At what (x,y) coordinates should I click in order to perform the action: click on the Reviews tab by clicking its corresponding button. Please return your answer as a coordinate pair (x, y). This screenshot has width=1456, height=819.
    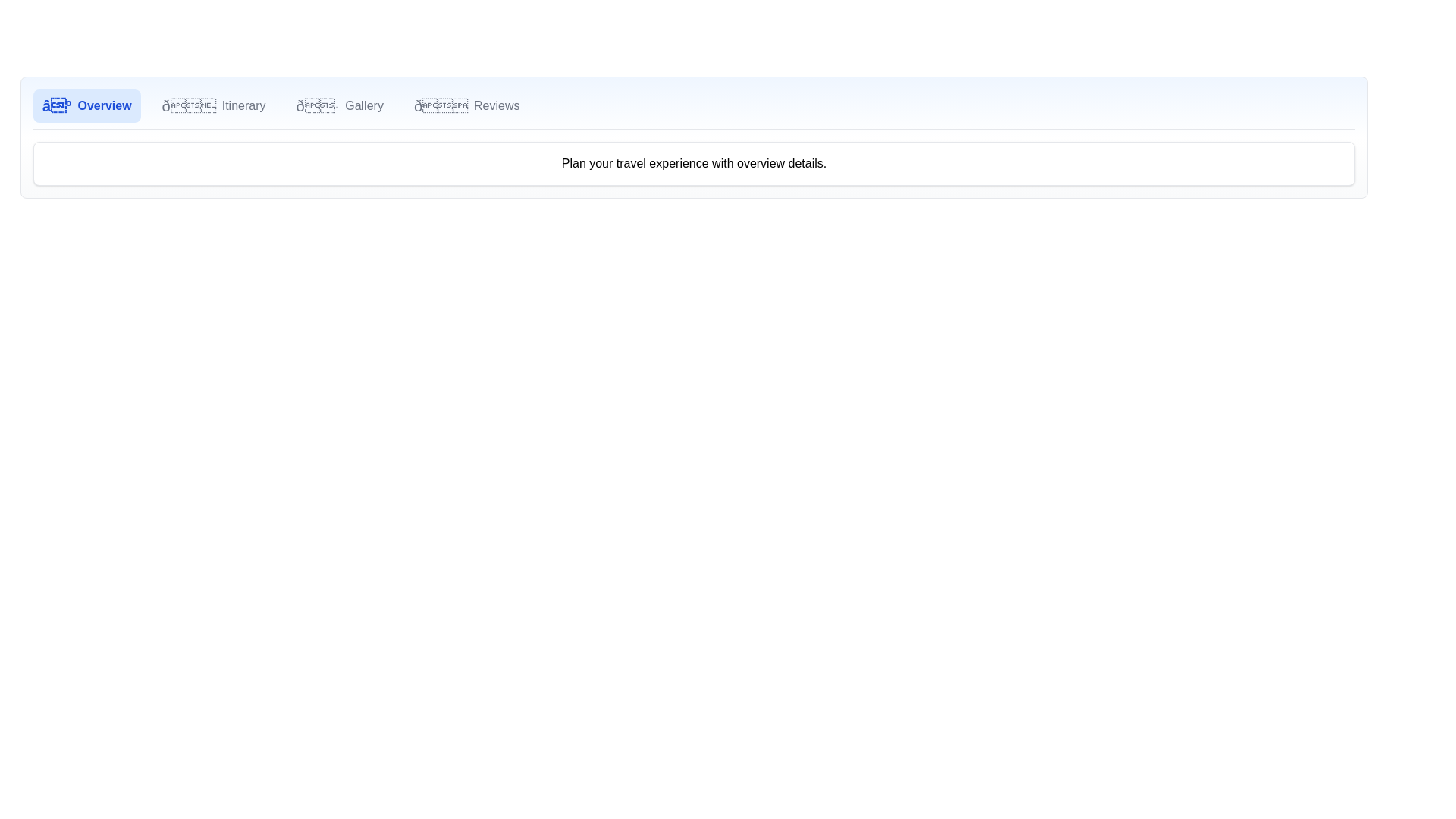
    Looking at the image, I should click on (465, 105).